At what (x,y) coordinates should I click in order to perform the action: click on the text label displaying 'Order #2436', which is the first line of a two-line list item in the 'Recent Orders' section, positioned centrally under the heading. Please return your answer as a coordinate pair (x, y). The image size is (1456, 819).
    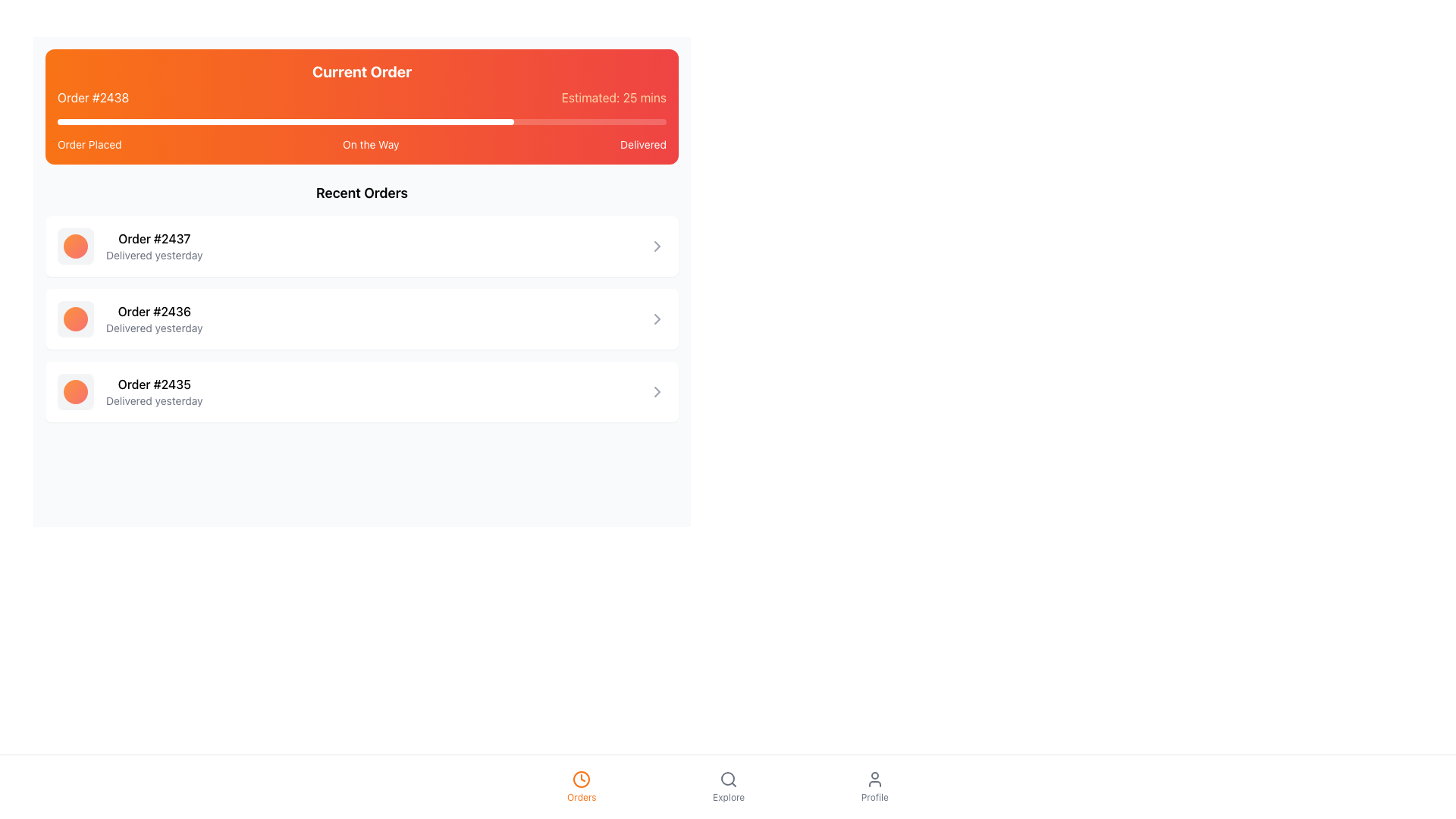
    Looking at the image, I should click on (154, 311).